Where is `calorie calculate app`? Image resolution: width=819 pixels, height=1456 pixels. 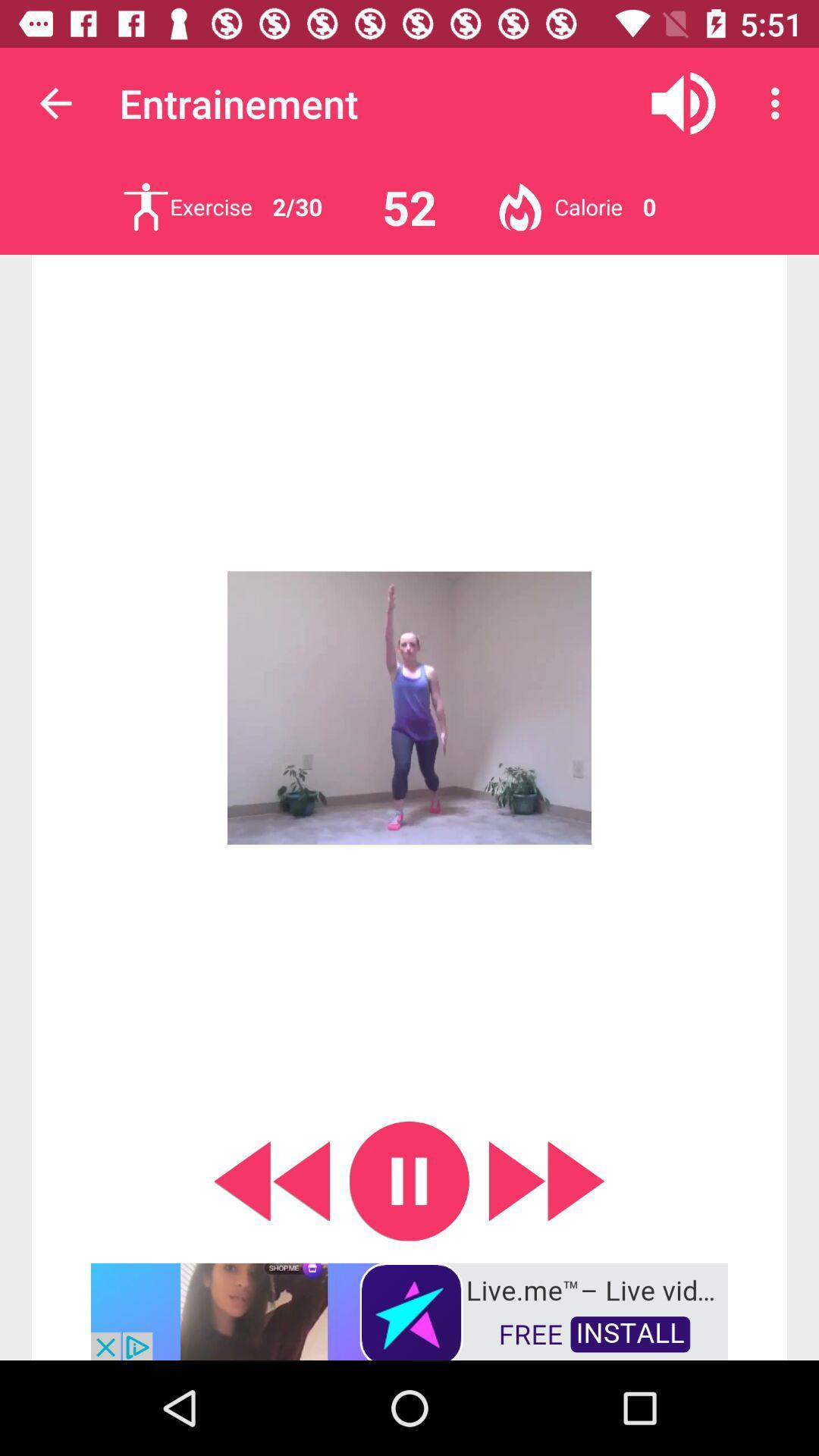
calorie calculate app is located at coordinates (519, 206).